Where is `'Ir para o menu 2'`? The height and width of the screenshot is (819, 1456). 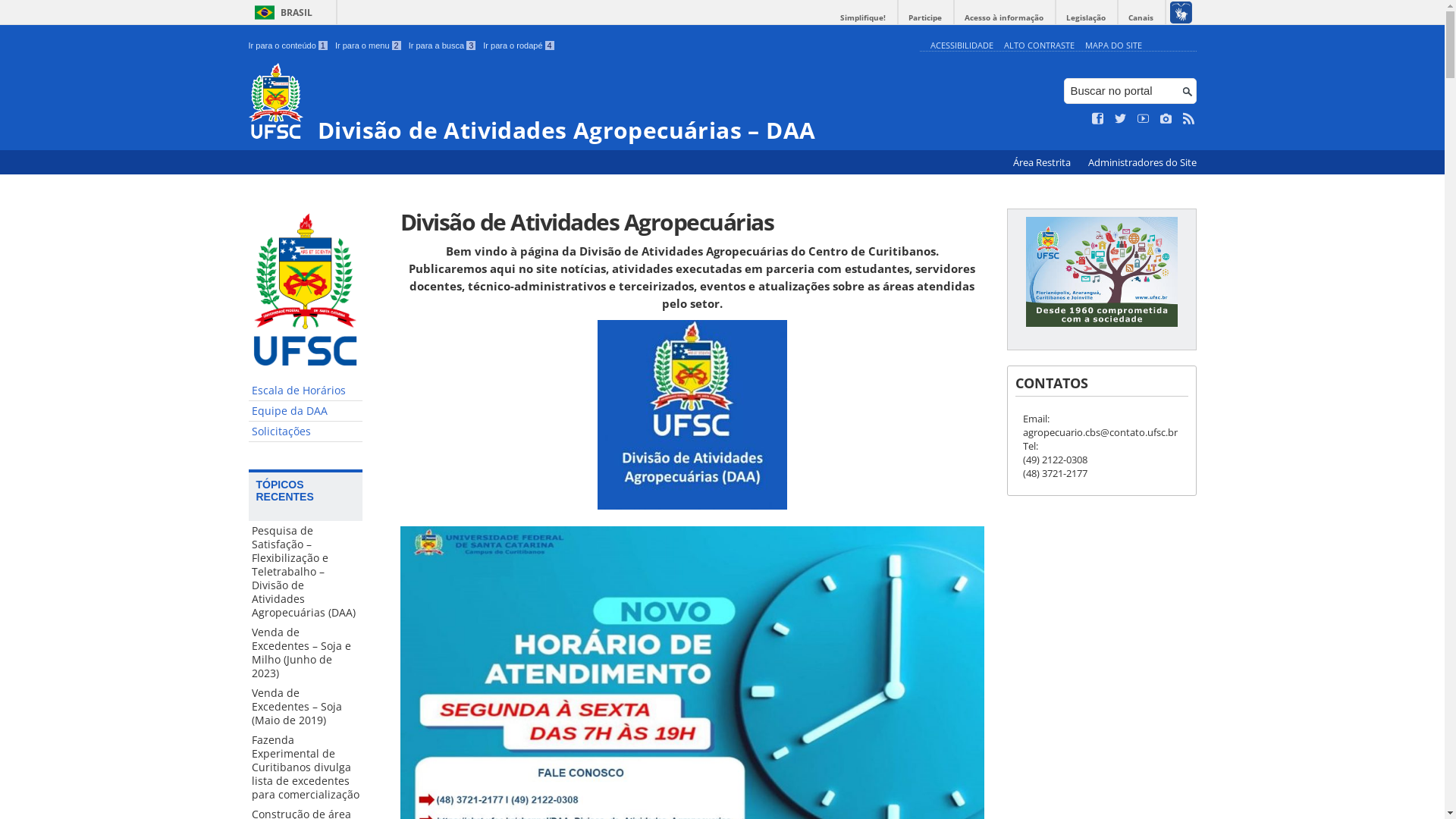 'Ir para o menu 2' is located at coordinates (368, 45).